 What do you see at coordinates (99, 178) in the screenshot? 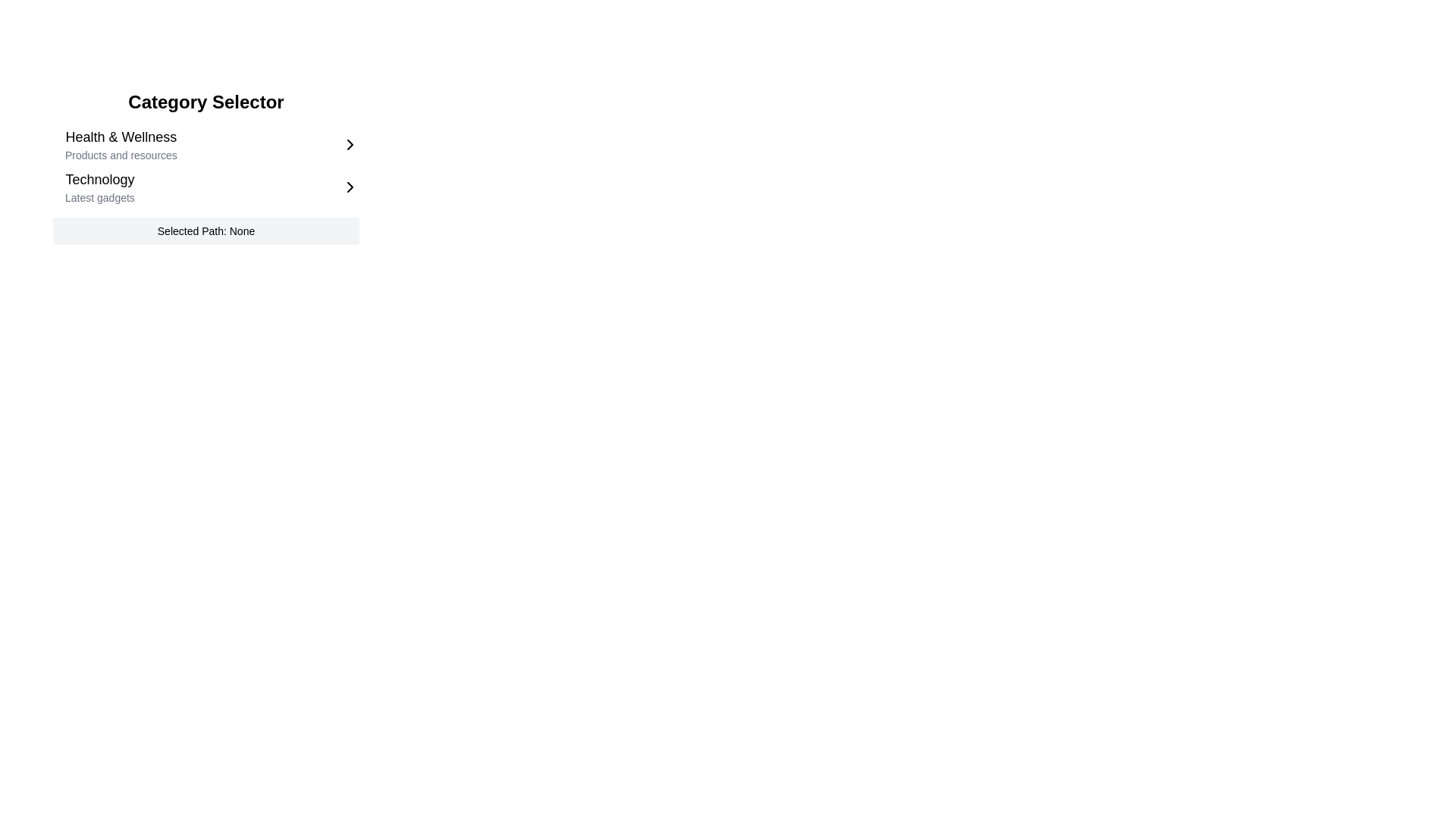
I see `the 'Technology' text label, which is displayed in a bold, medium-large font style, positioned as a category title in the menu list` at bounding box center [99, 178].